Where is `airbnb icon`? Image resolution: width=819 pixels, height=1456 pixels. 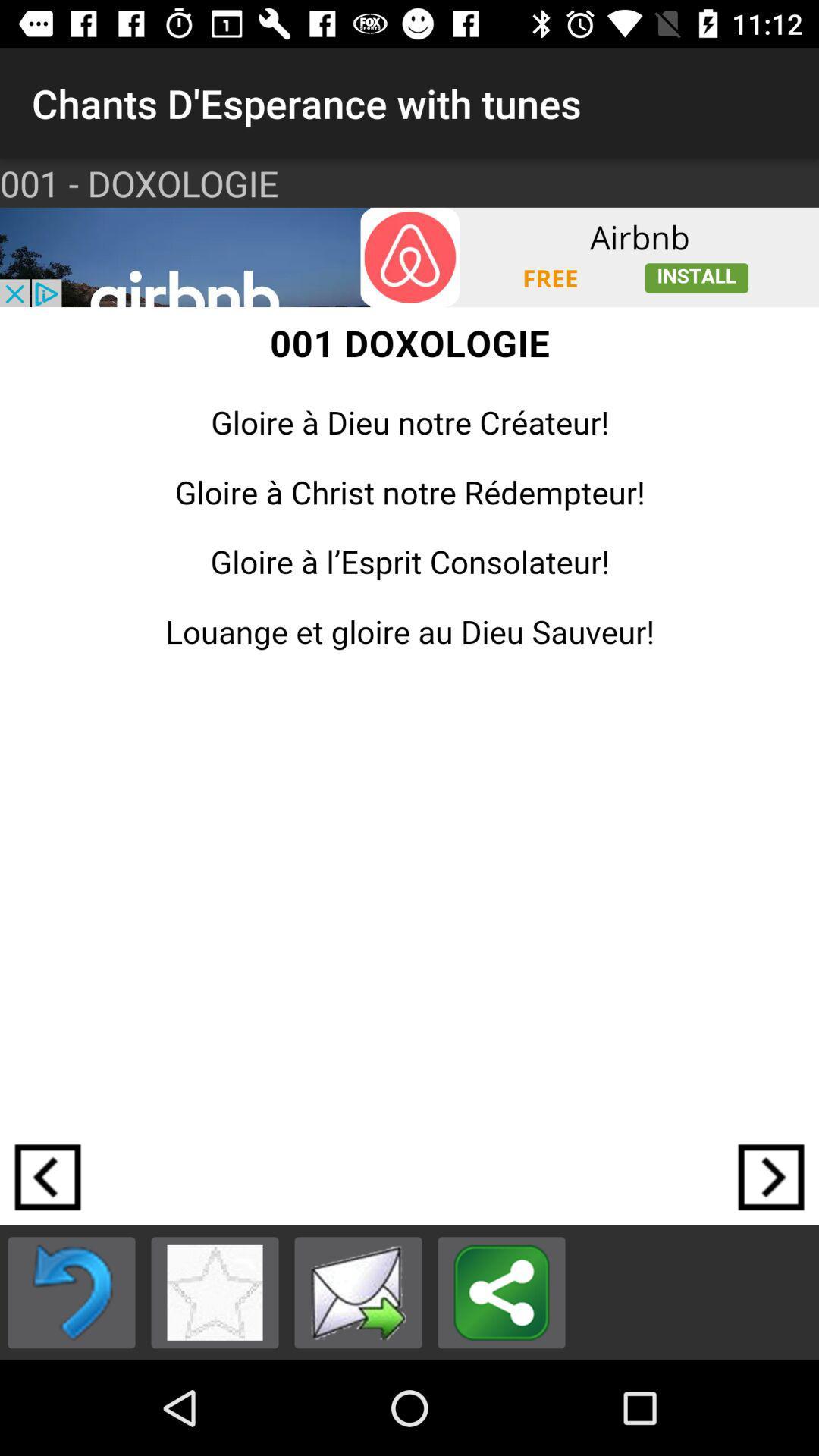 airbnb icon is located at coordinates (409, 257).